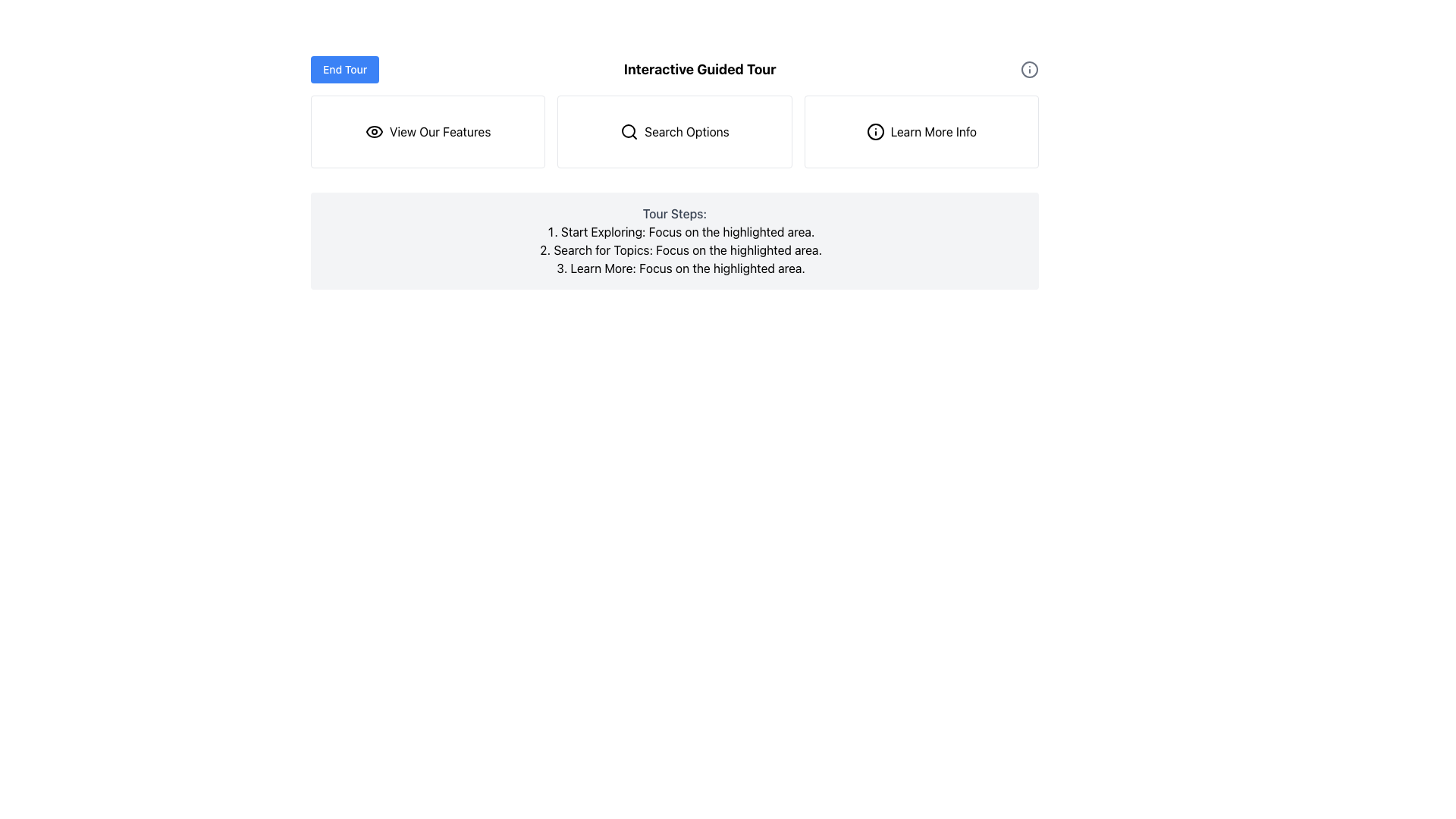 Image resolution: width=1456 pixels, height=819 pixels. What do you see at coordinates (679, 268) in the screenshot?
I see `the text element reading 'Learn More: Focus on the highlighted area.' which is the third item in the 'Tour Steps' list` at bounding box center [679, 268].